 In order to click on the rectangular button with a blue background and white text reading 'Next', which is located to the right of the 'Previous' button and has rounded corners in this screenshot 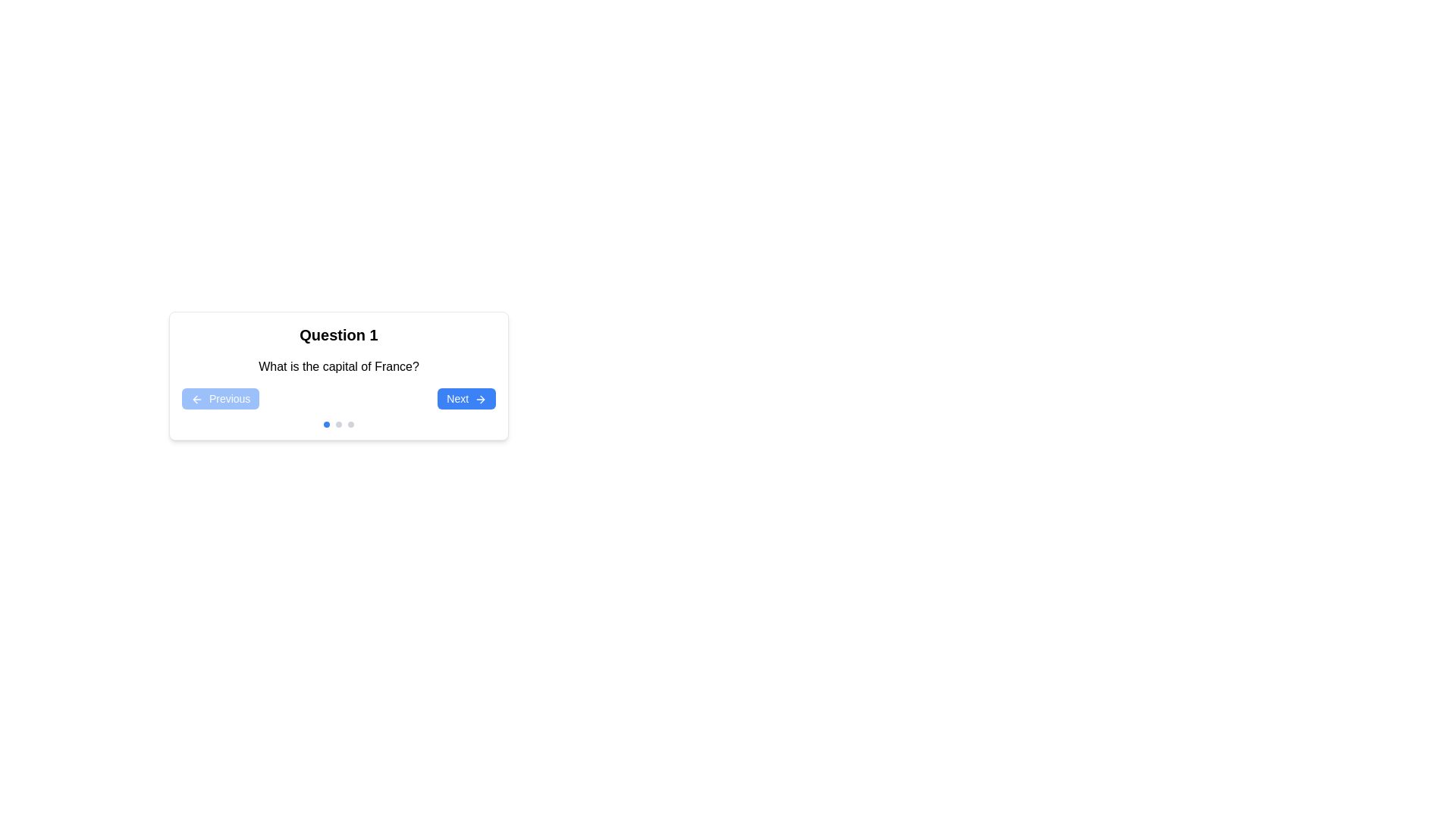, I will do `click(466, 397)`.